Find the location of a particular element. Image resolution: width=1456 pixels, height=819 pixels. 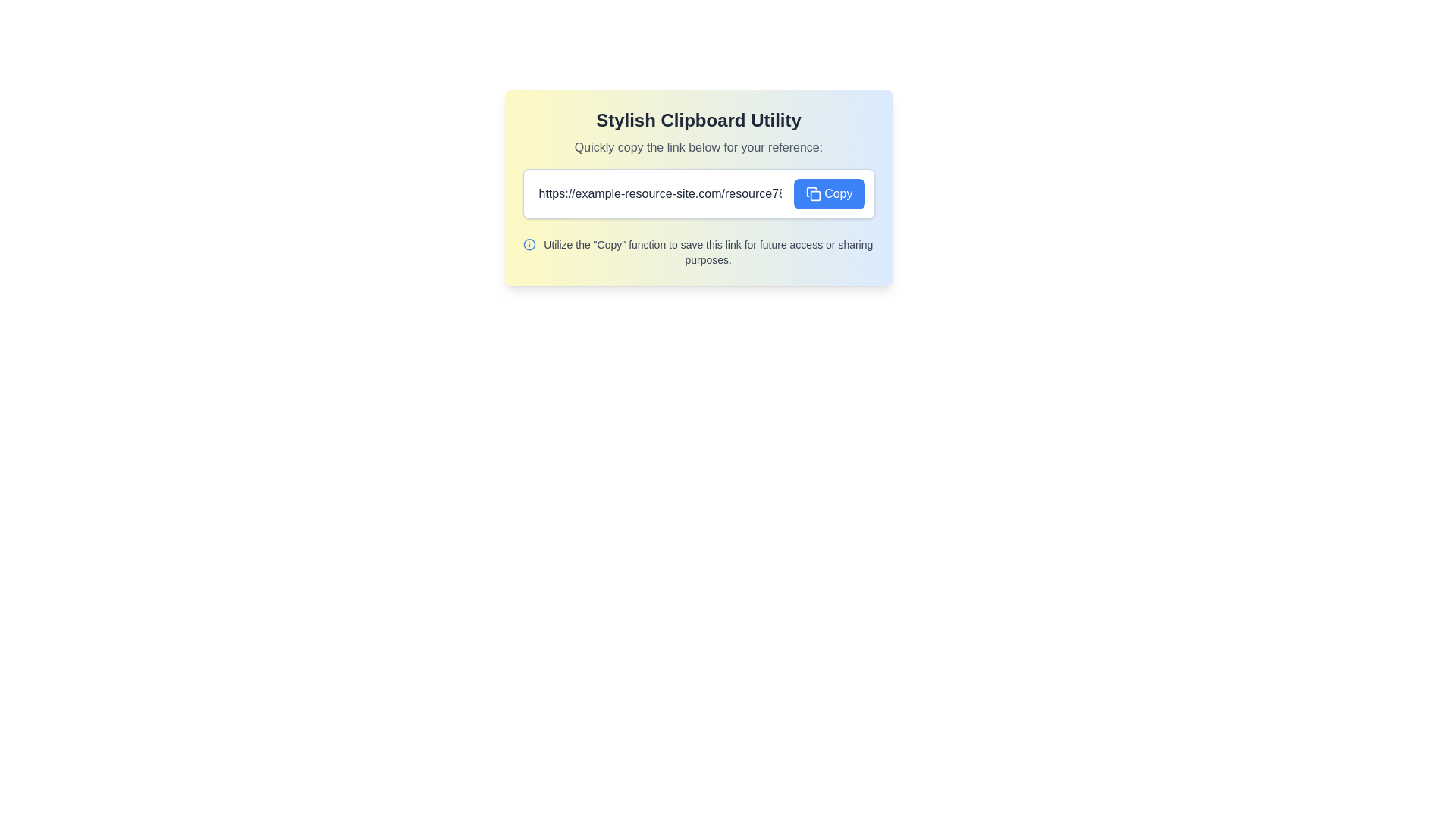

the icon that visually complements the 'Copy' button, located to the right of the URL input field is located at coordinates (813, 193).